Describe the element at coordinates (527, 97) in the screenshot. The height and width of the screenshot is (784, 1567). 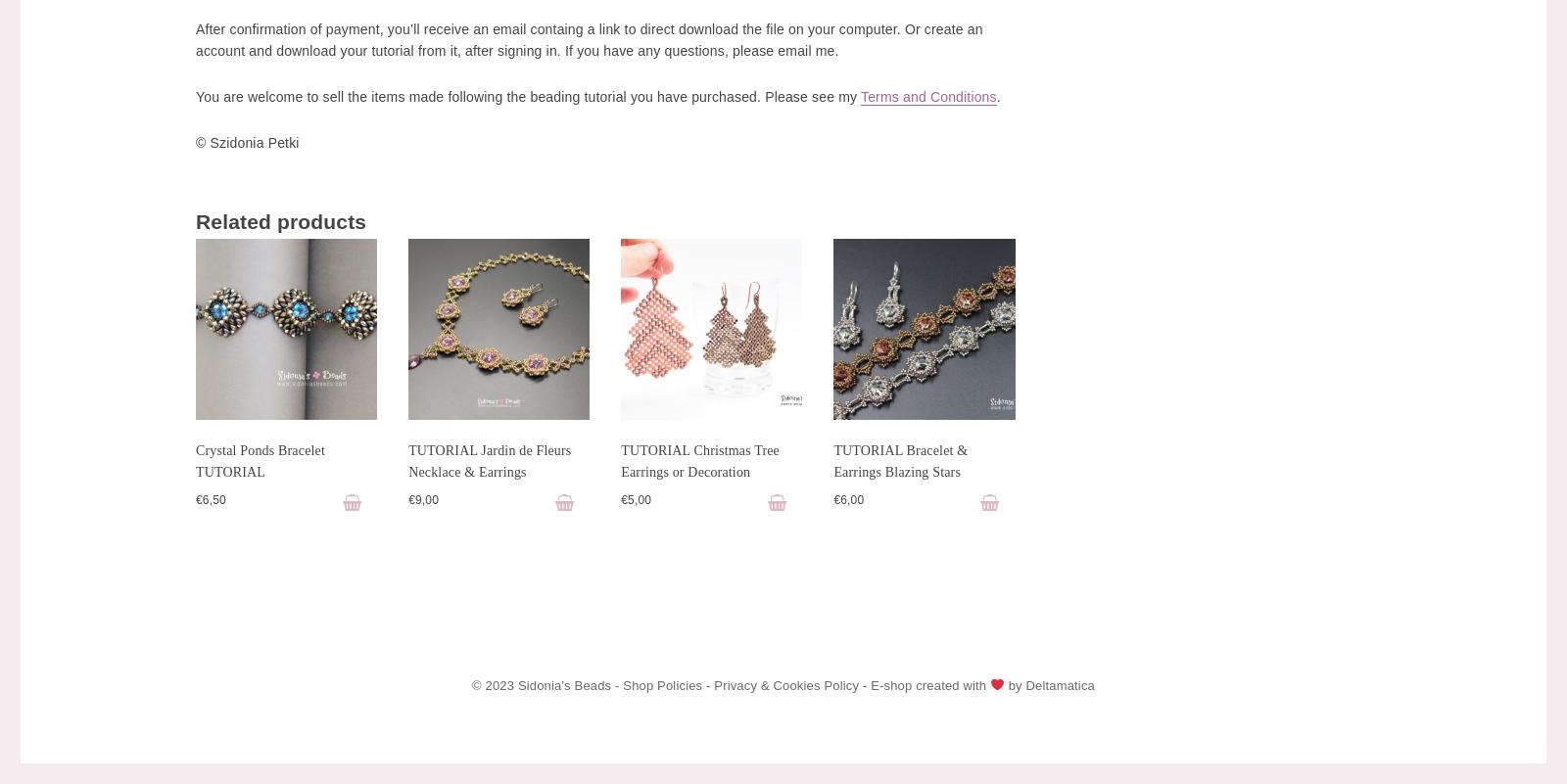
I see `'You are welcome to sell the items made following the beading tutorial you have purchased. Please see my'` at that location.